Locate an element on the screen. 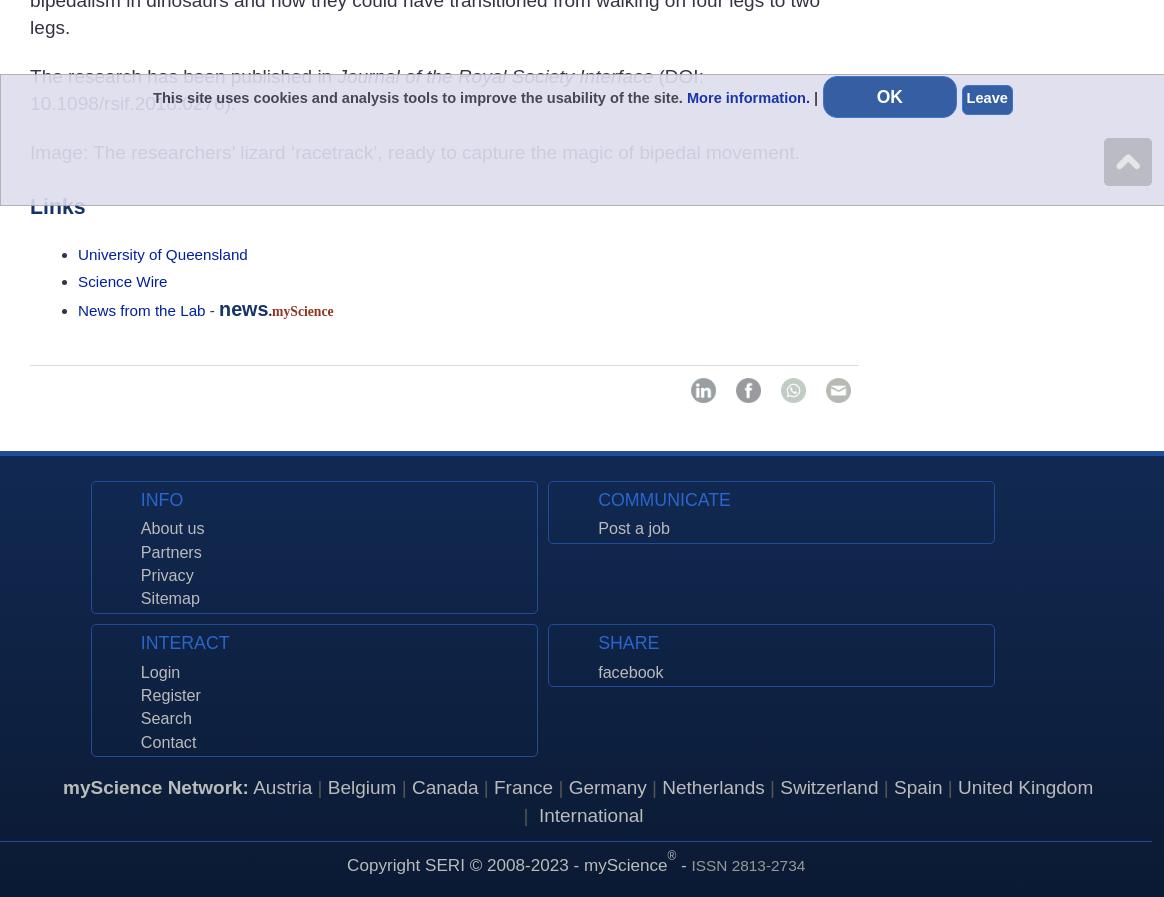 The width and height of the screenshot is (1164, 897). 'About us' is located at coordinates (140, 527).